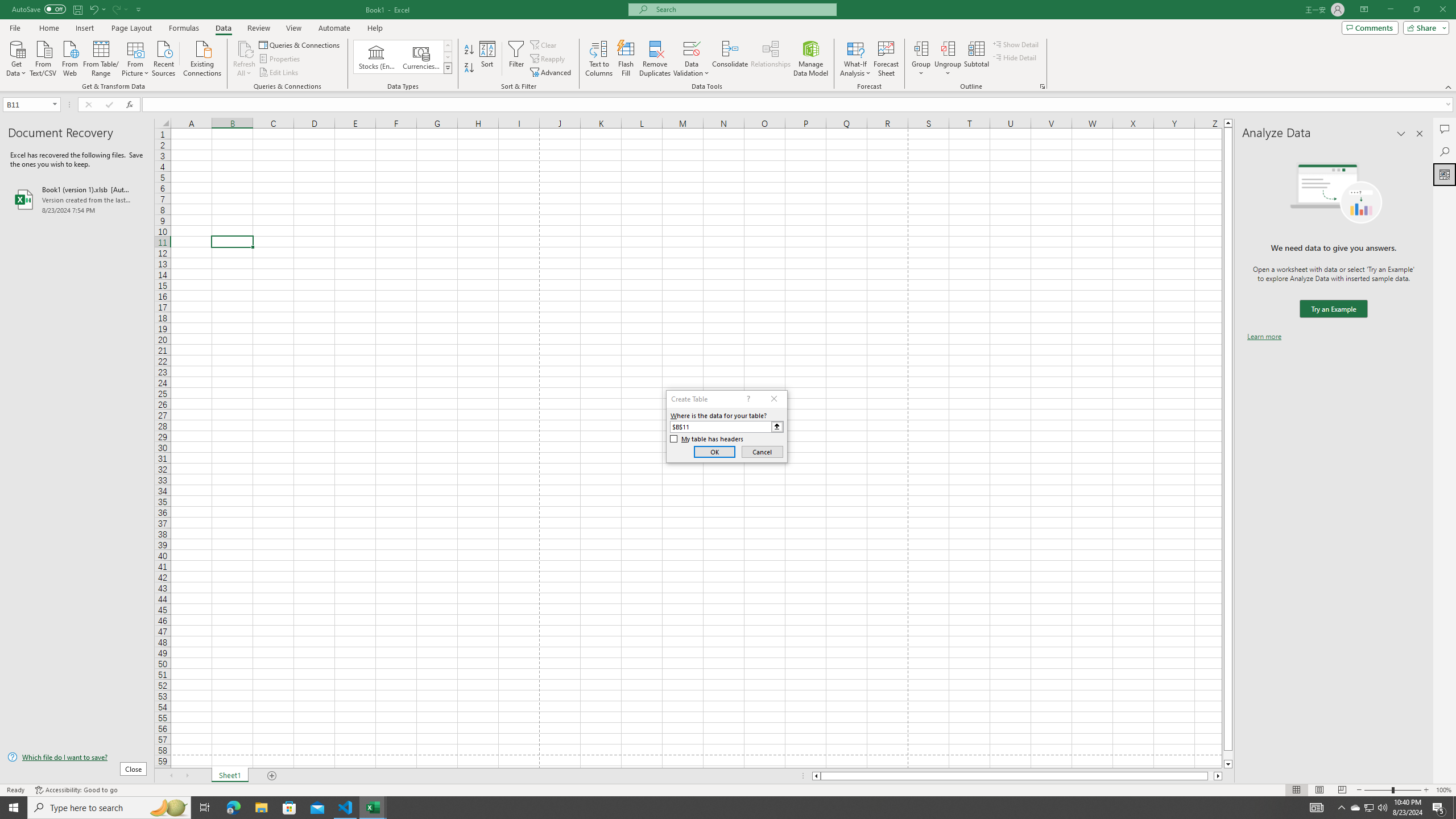 The width and height of the screenshot is (1456, 819). I want to click on 'Line up', so click(1228, 122).